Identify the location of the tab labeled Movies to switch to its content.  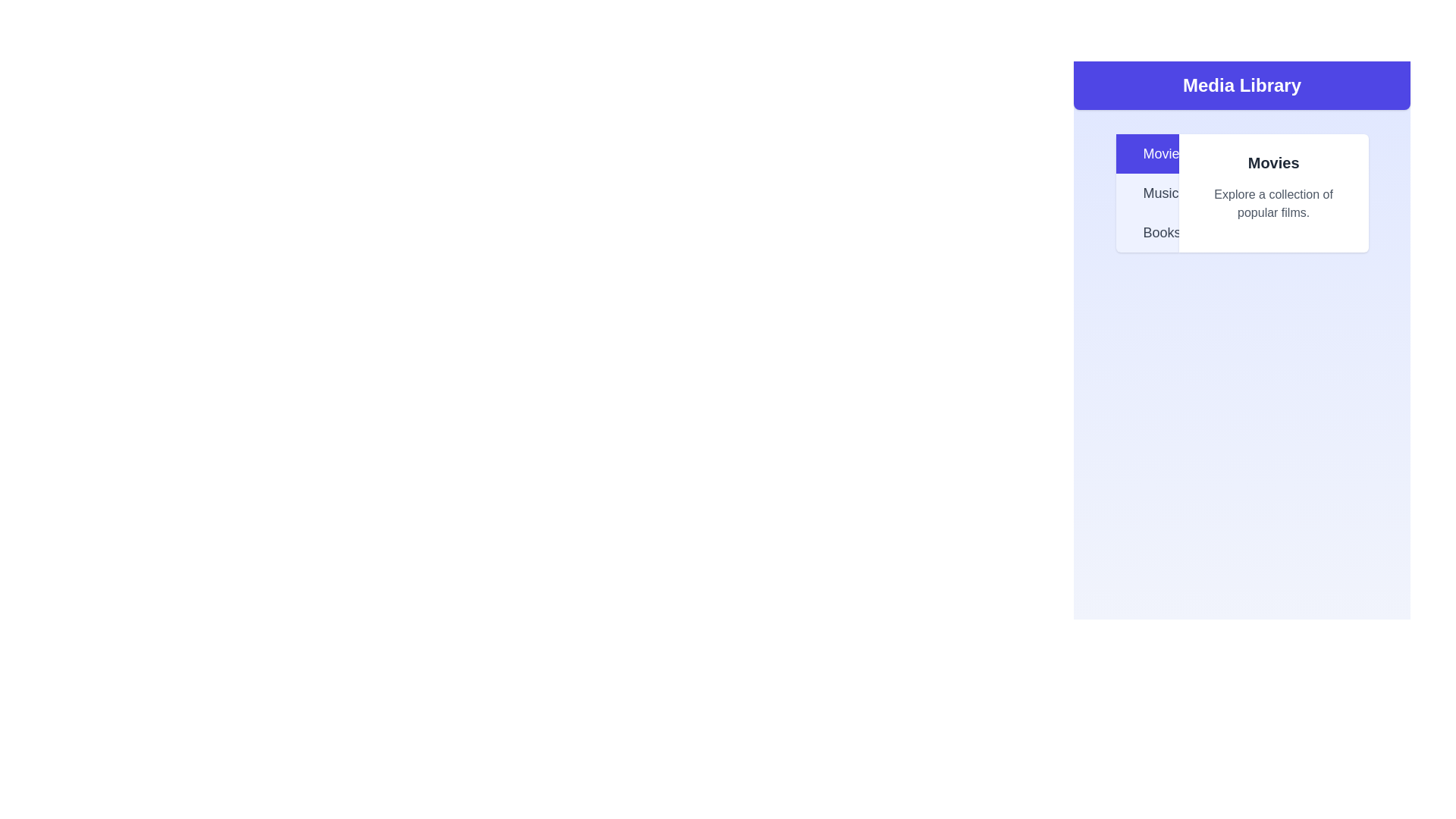
(1147, 154).